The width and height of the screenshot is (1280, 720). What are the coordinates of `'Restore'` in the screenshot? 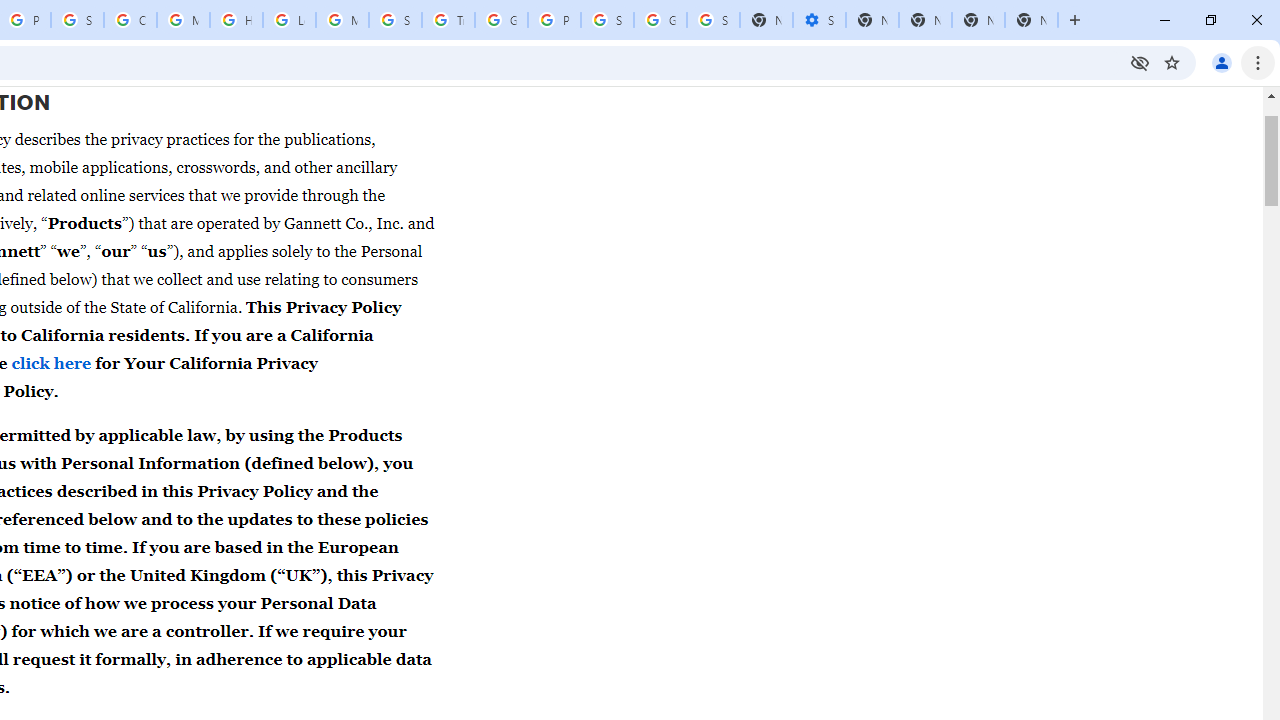 It's located at (1209, 20).